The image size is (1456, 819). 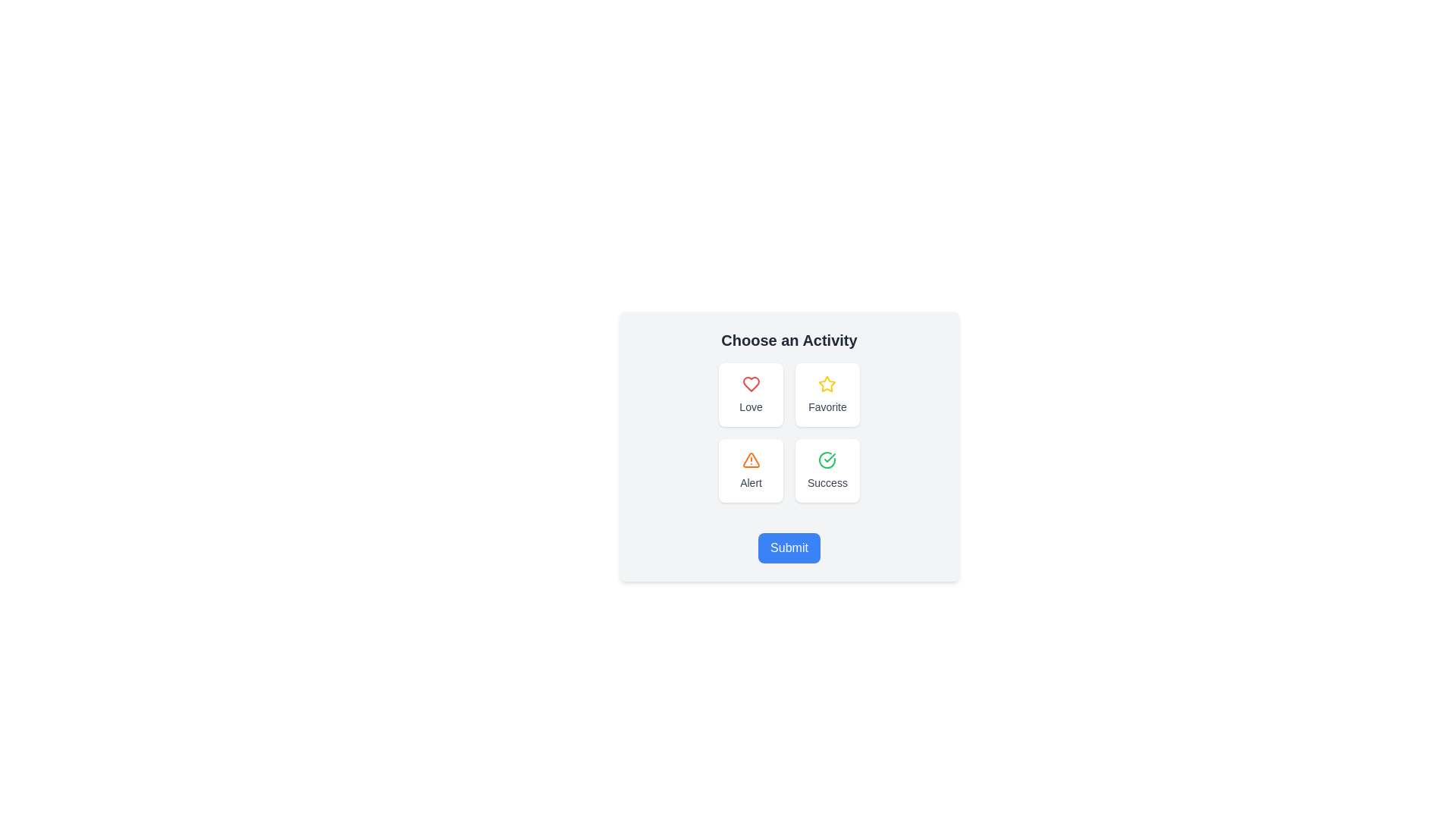 What do you see at coordinates (827, 470) in the screenshot?
I see `the Card Button displaying a green check mark and the text 'Success' located in the bottom-right position of the grid under 'Choose an Activity'` at bounding box center [827, 470].